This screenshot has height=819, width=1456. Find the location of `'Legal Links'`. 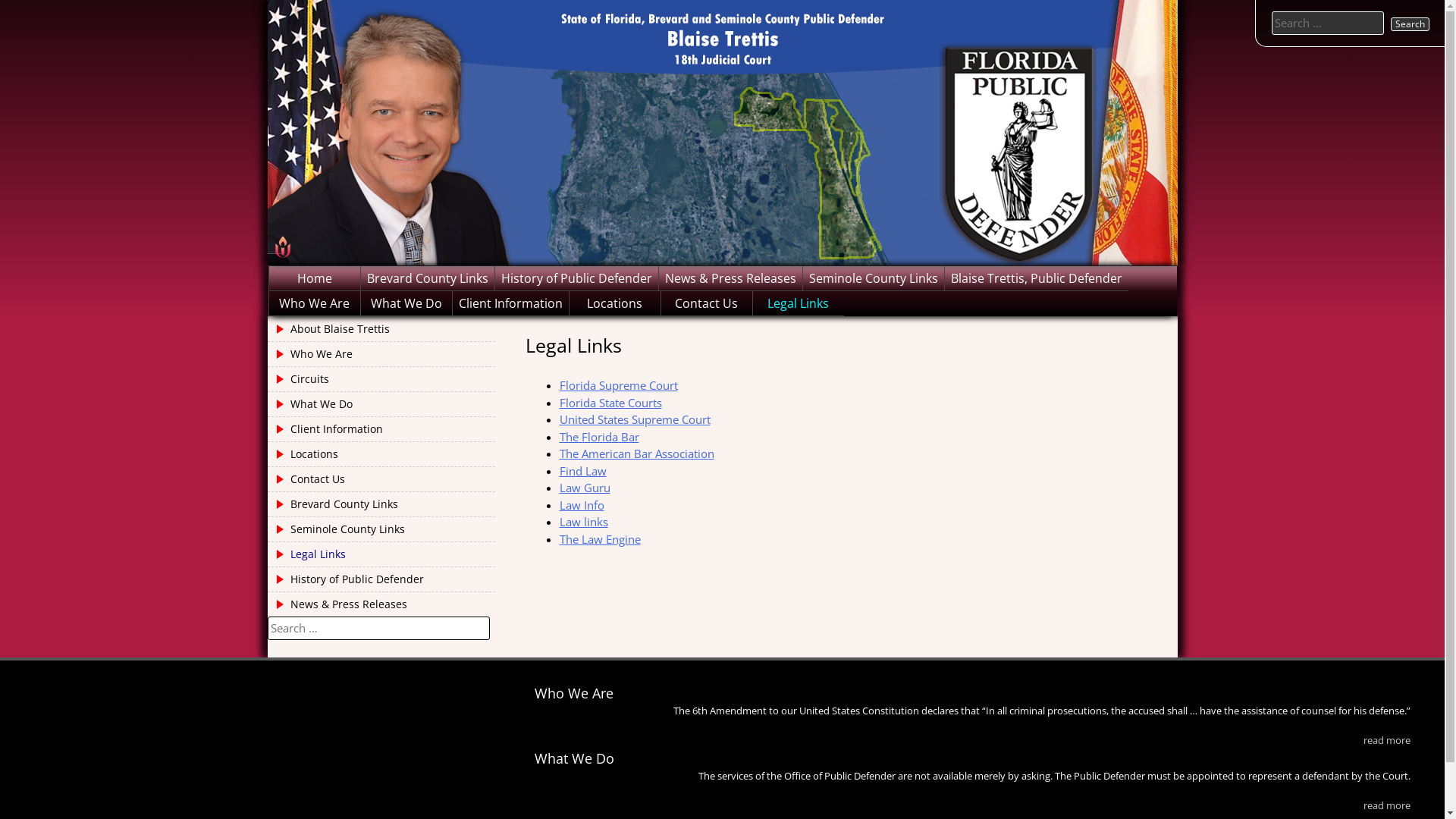

'Legal Links' is located at coordinates (752, 303).